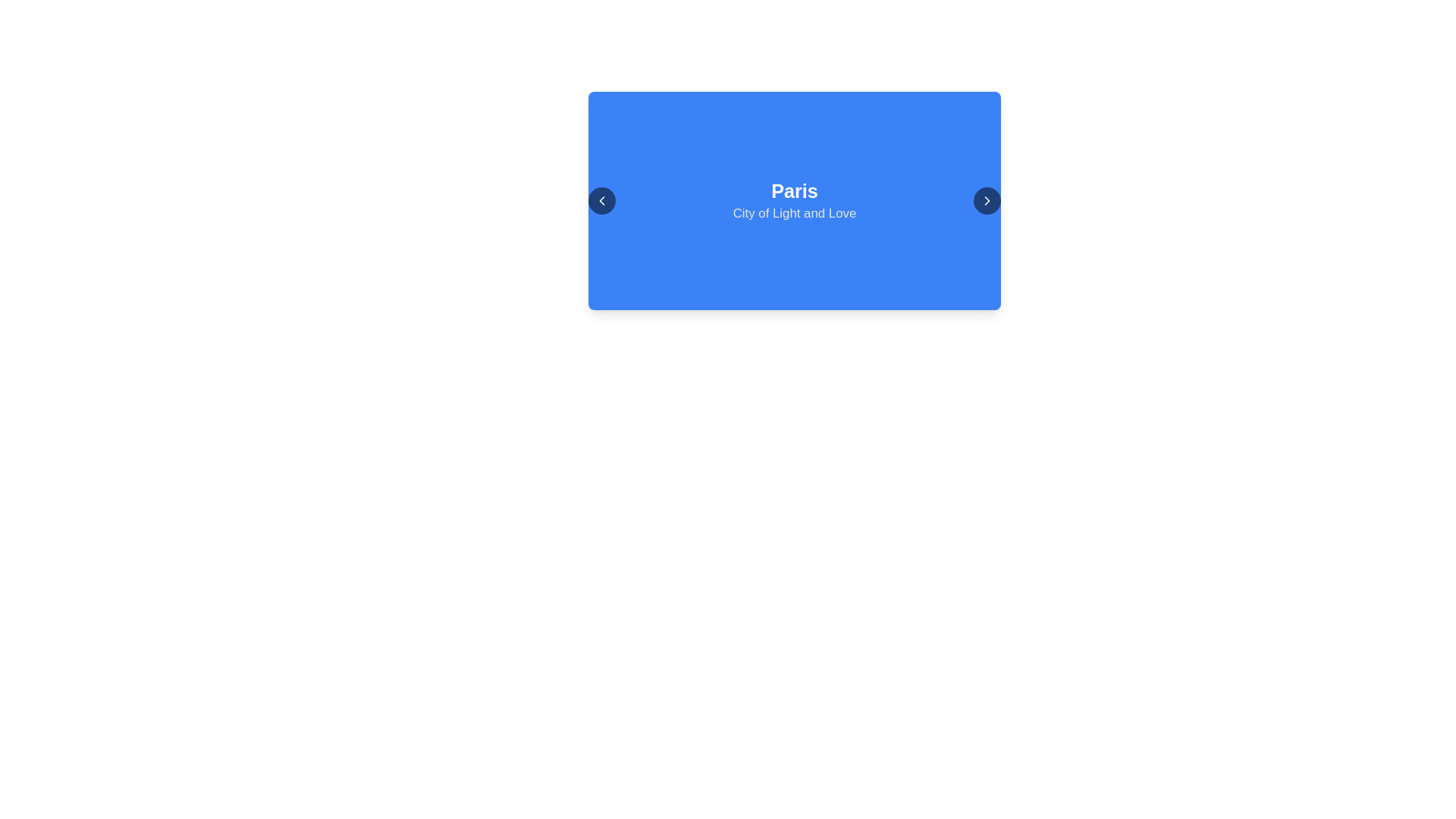 Image resolution: width=1456 pixels, height=819 pixels. What do you see at coordinates (987, 200) in the screenshot?
I see `the right-pointing chevron icon located on the right edge of the navigation button within the blue card area` at bounding box center [987, 200].